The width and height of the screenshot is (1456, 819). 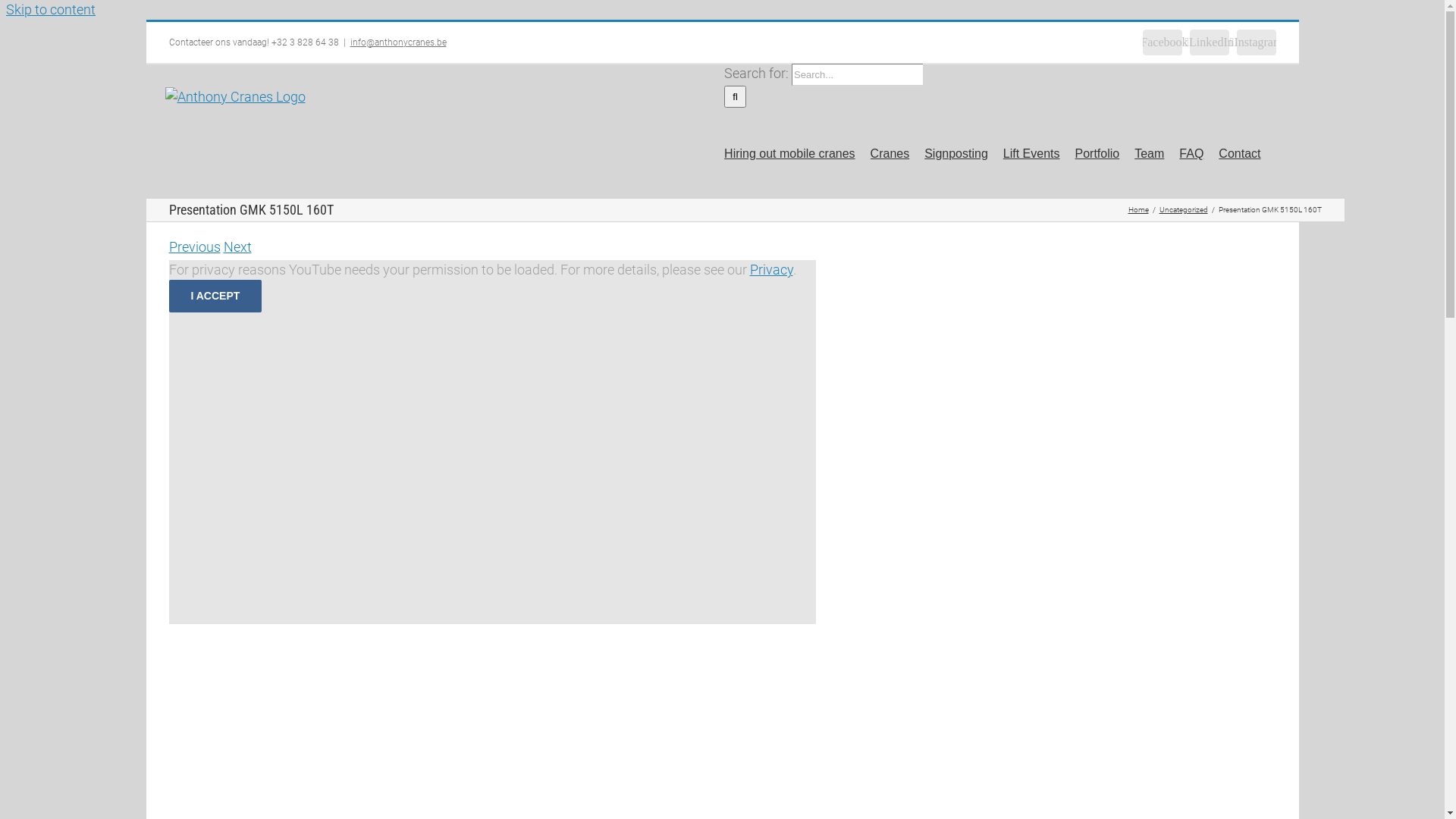 I want to click on 'I ACCEPT', so click(x=168, y=296).